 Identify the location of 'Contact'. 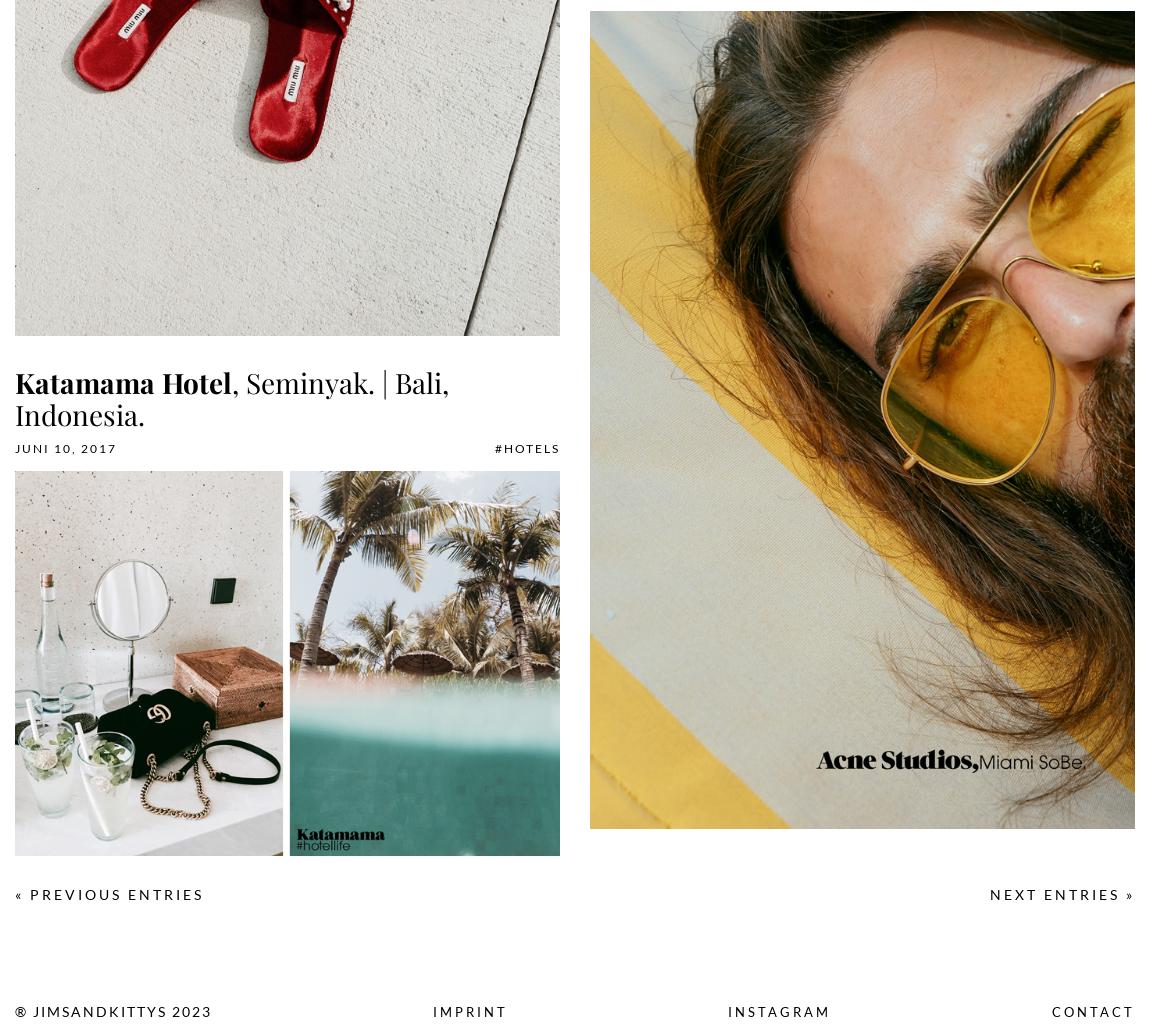
(1093, 1011).